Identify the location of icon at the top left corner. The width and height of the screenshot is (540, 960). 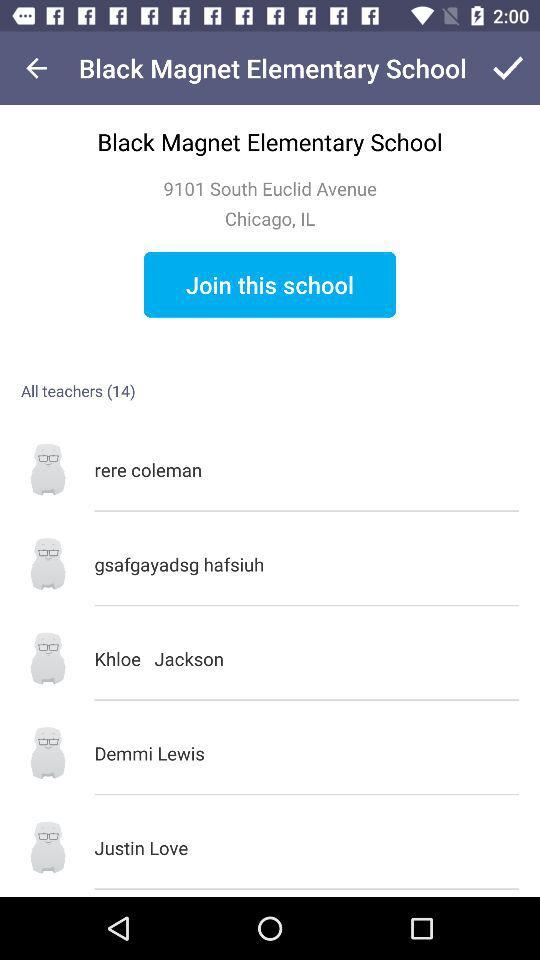
(36, 68).